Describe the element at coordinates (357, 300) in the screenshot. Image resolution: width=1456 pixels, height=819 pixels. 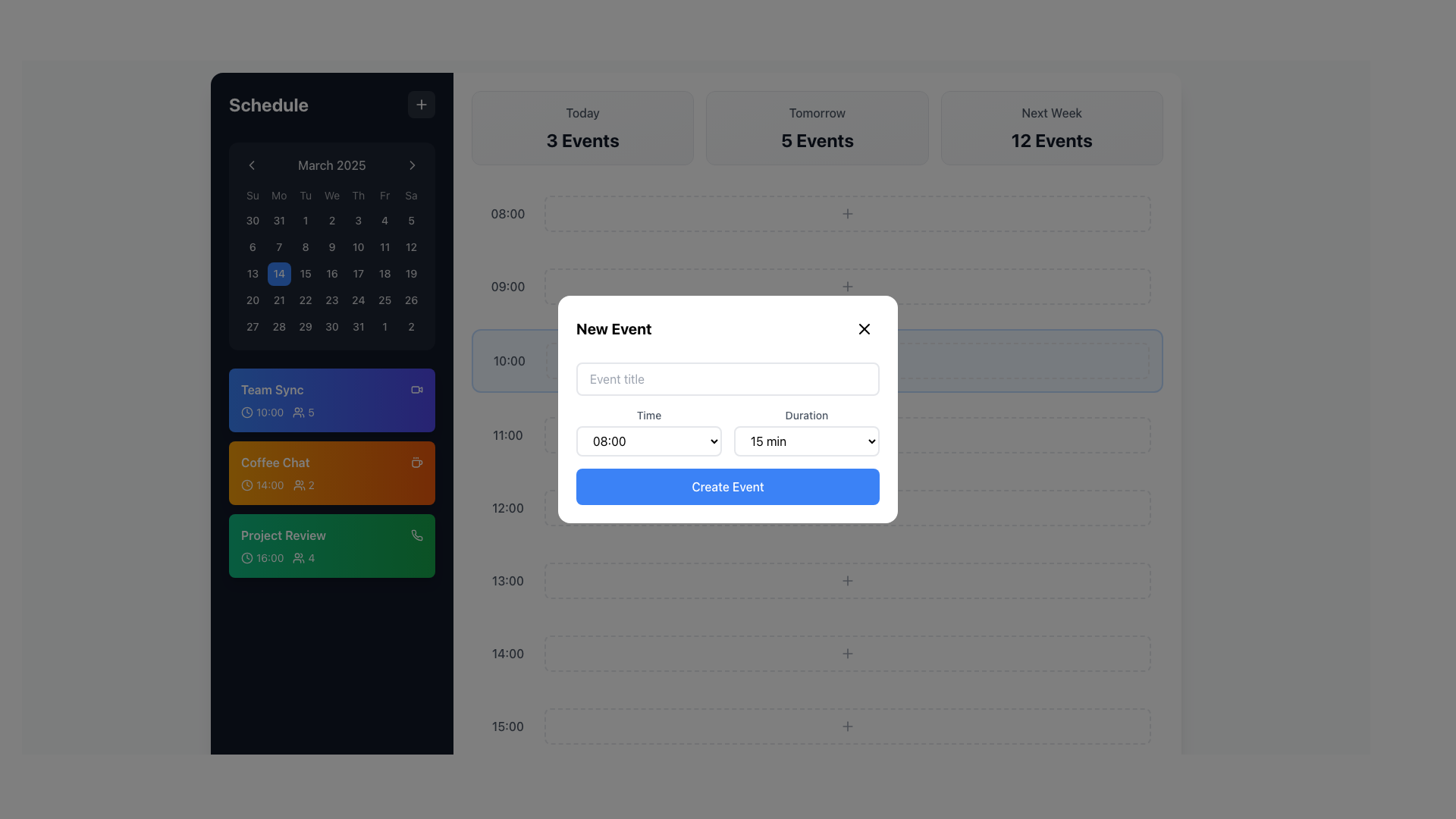
I see `the clickable date block displaying the number '24' in the March 2025 calendar` at that location.